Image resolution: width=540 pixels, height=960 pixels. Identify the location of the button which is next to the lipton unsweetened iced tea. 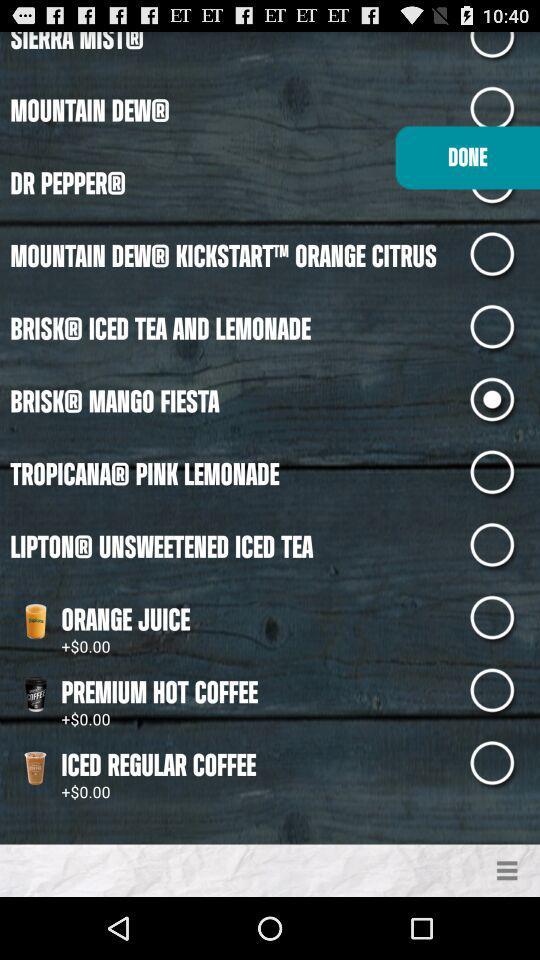
(504, 547).